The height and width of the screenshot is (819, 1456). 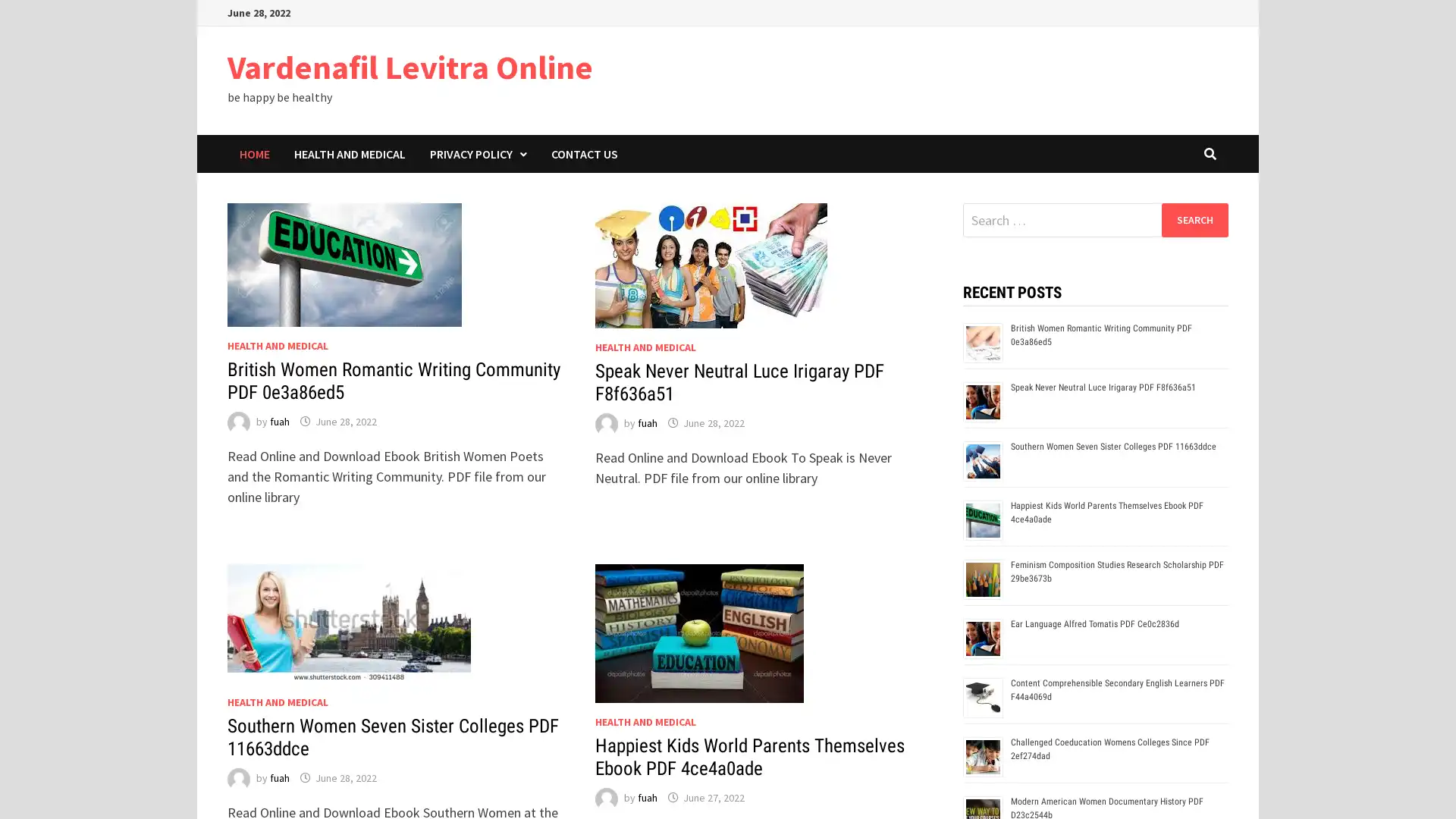 What do you see at coordinates (1194, 219) in the screenshot?
I see `Search` at bounding box center [1194, 219].